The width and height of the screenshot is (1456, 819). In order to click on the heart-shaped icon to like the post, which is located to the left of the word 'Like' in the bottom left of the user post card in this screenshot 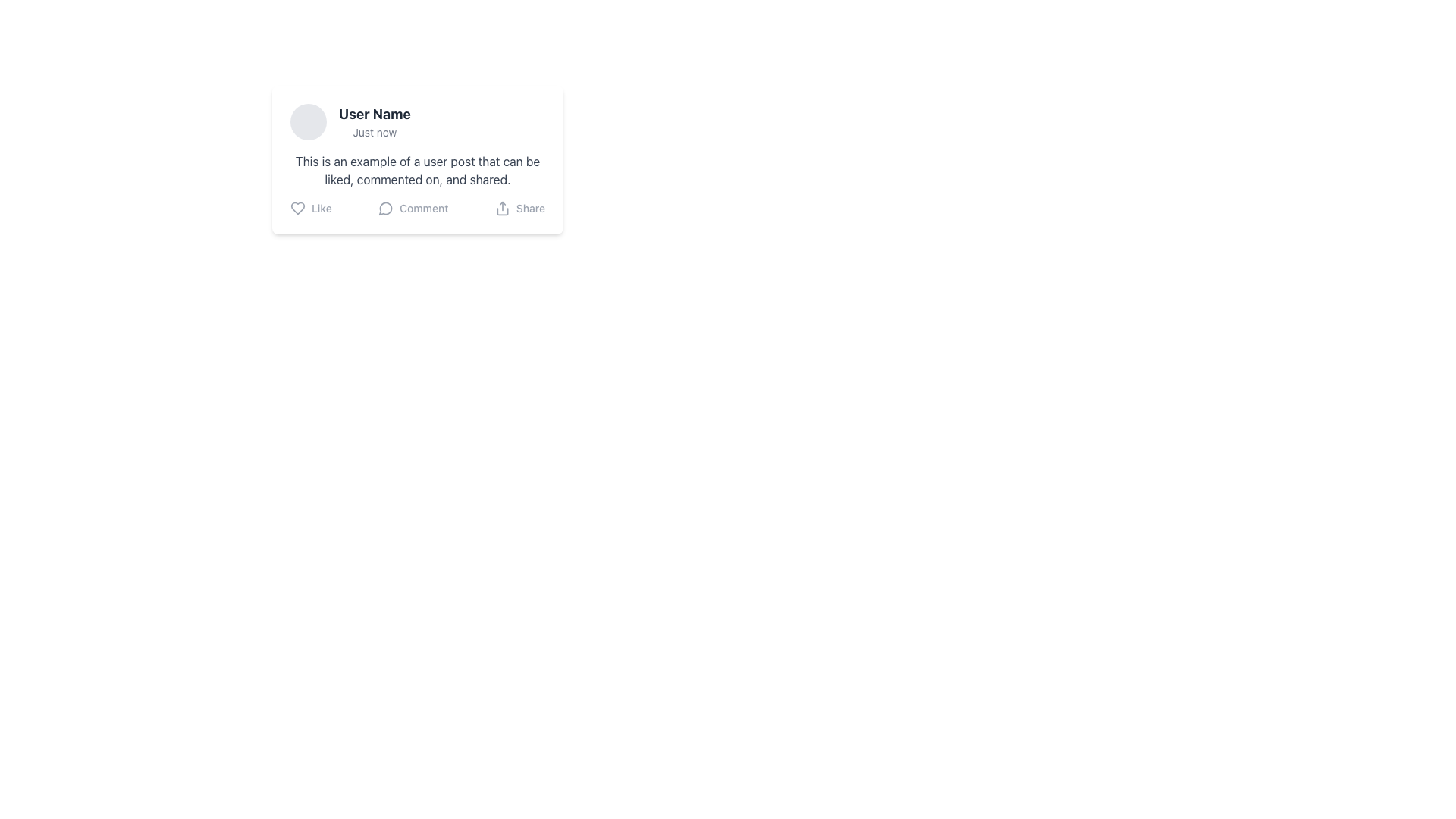, I will do `click(298, 208)`.